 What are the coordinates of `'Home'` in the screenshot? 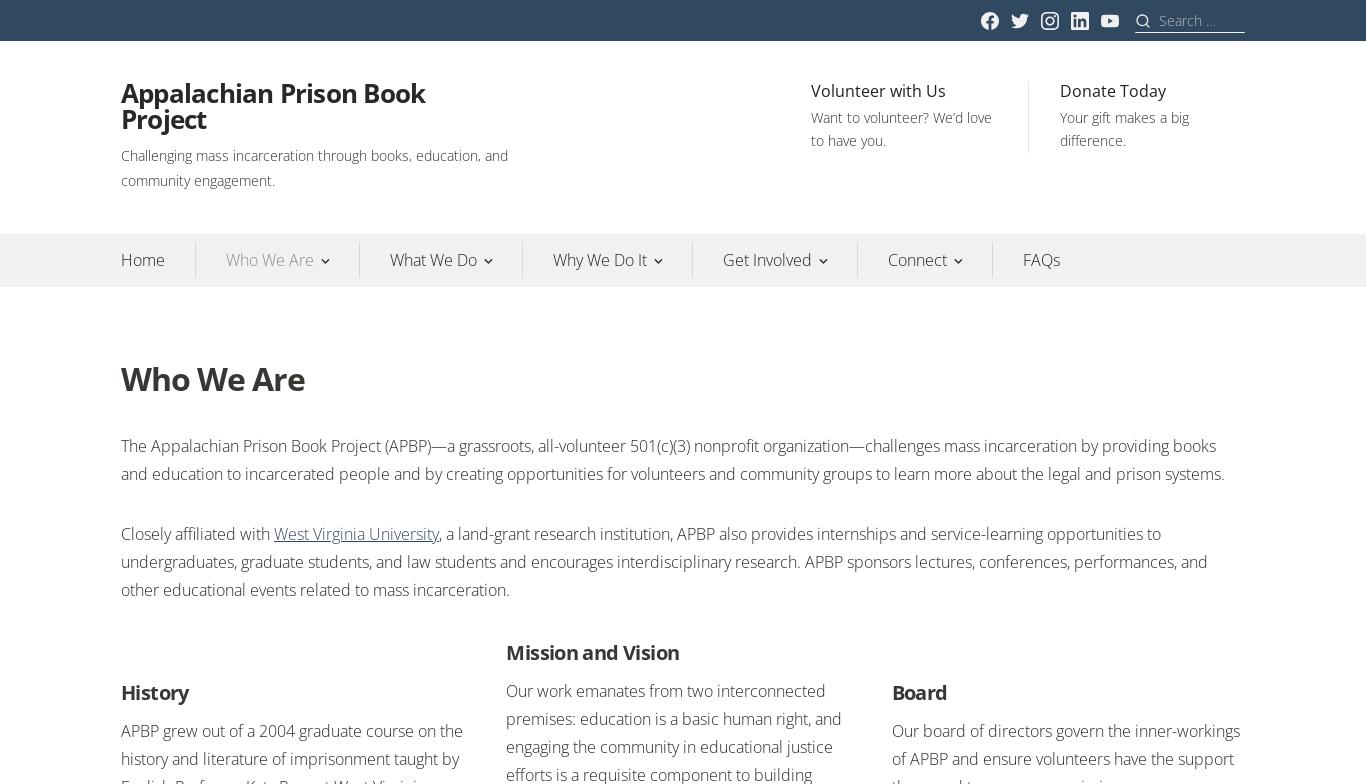 It's located at (142, 259).